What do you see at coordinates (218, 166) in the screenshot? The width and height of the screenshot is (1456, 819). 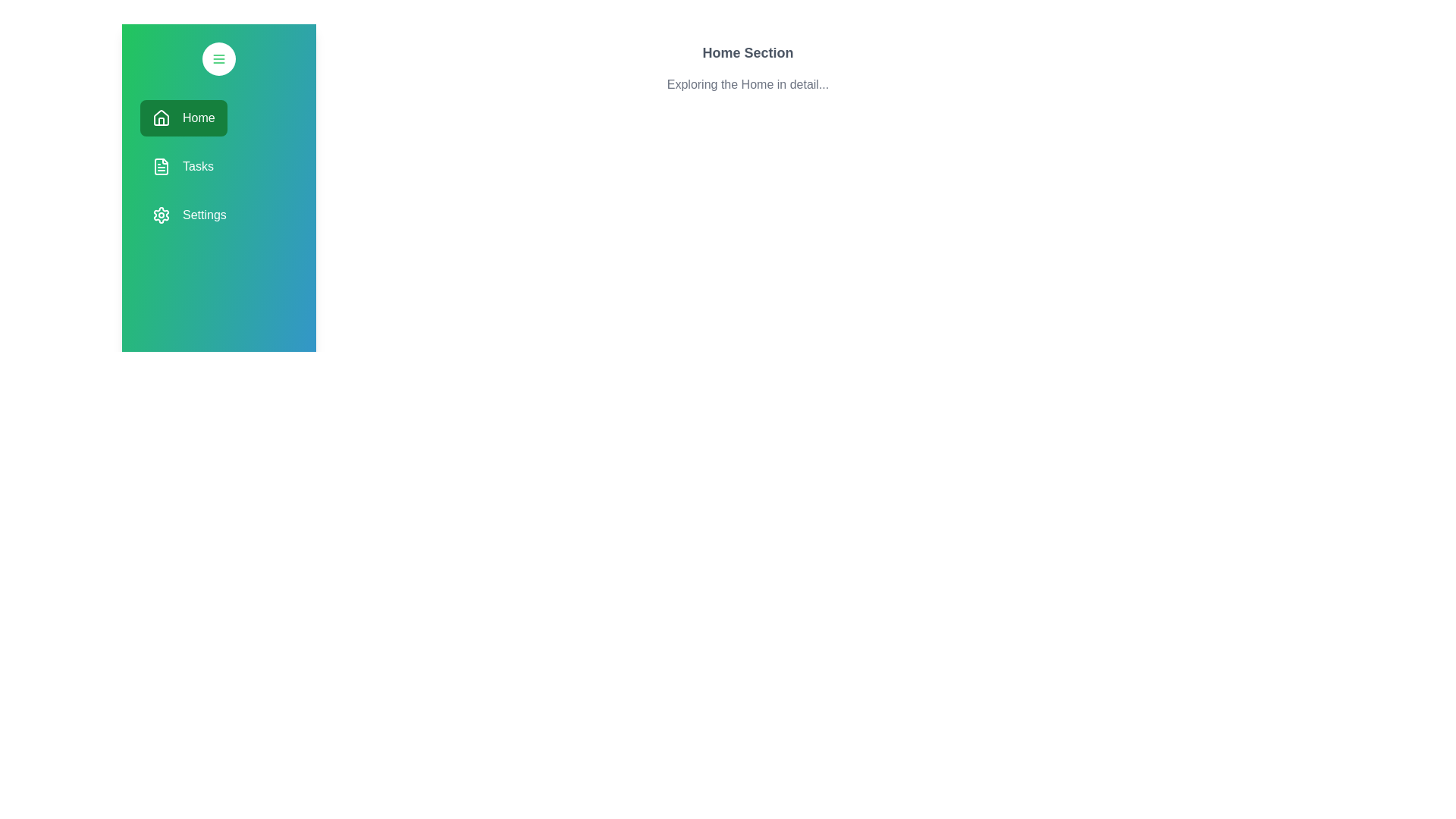 I see `the 'Tasks' menu item located in the sidebar, which is the second item in the list` at bounding box center [218, 166].